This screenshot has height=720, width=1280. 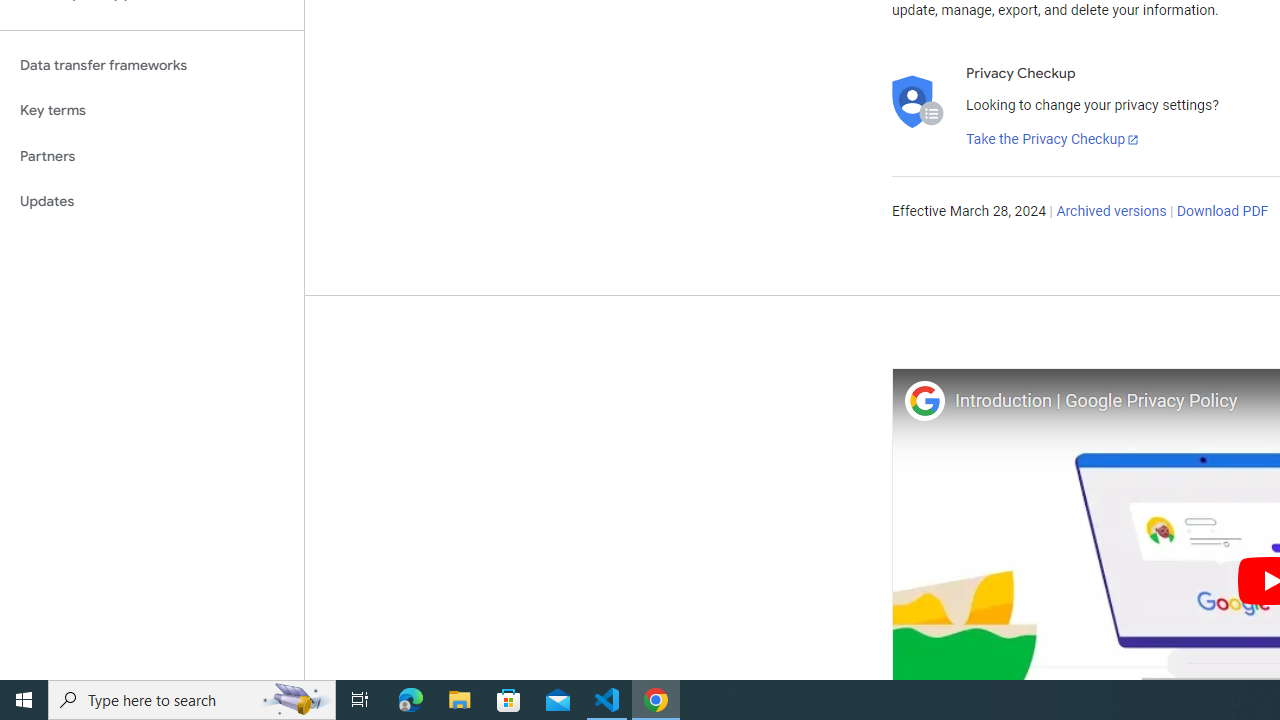 I want to click on 'Download PDF', so click(x=1221, y=212).